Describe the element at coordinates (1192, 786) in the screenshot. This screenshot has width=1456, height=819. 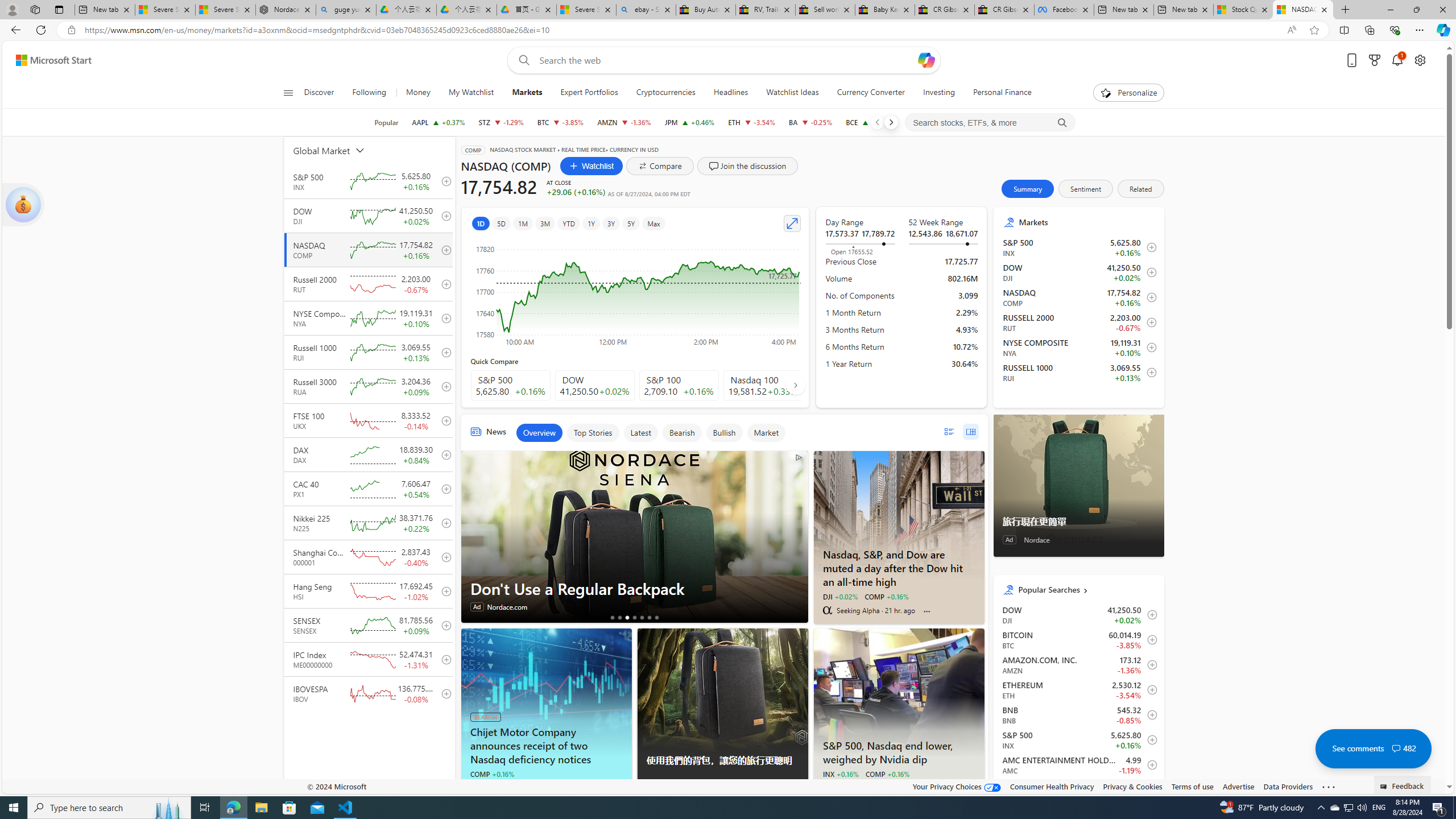
I see `'Terms of use'` at that location.